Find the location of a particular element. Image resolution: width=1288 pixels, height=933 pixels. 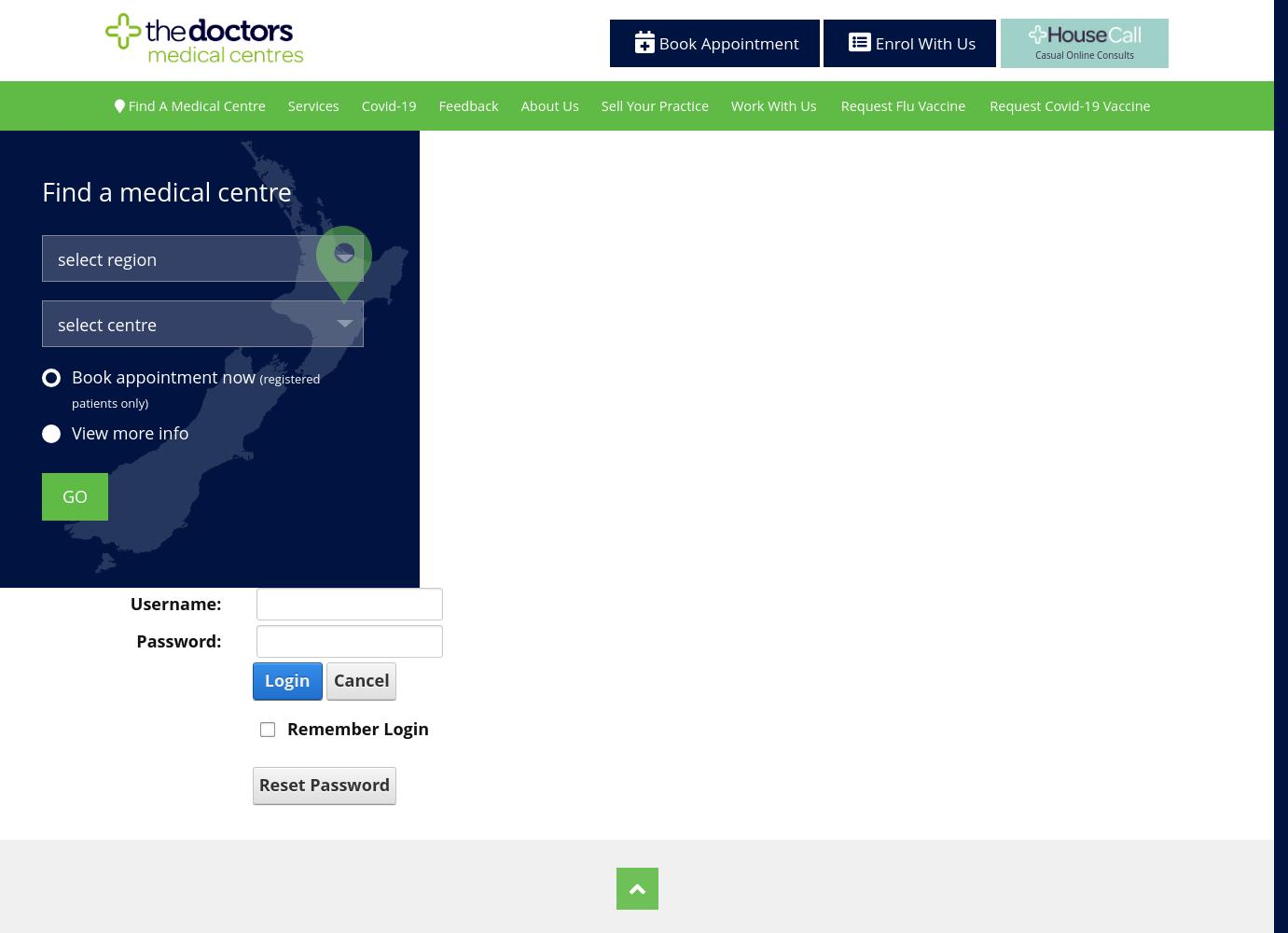

'Book Appointment' is located at coordinates (726, 42).